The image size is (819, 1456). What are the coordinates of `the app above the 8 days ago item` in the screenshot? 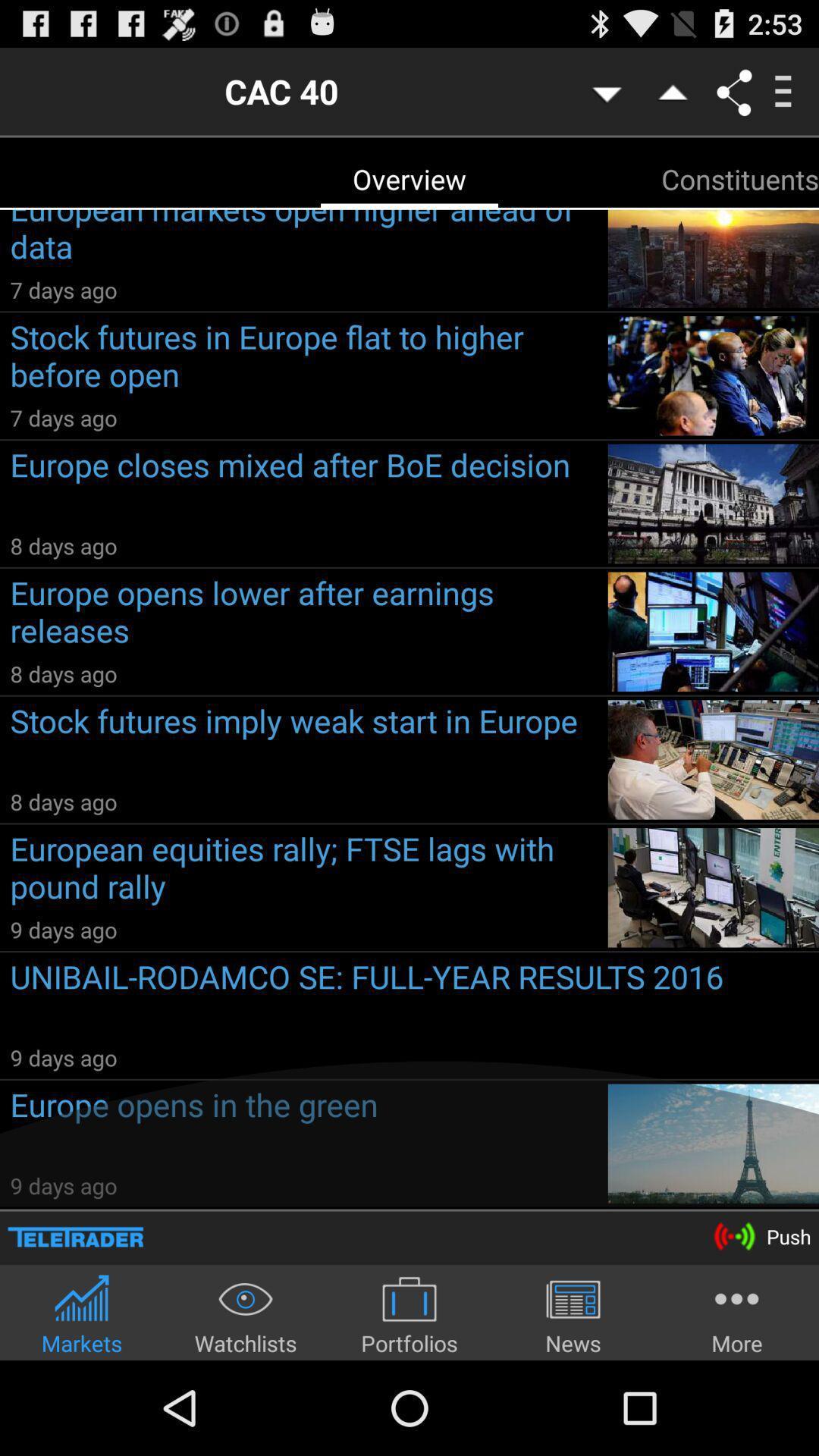 It's located at (303, 487).